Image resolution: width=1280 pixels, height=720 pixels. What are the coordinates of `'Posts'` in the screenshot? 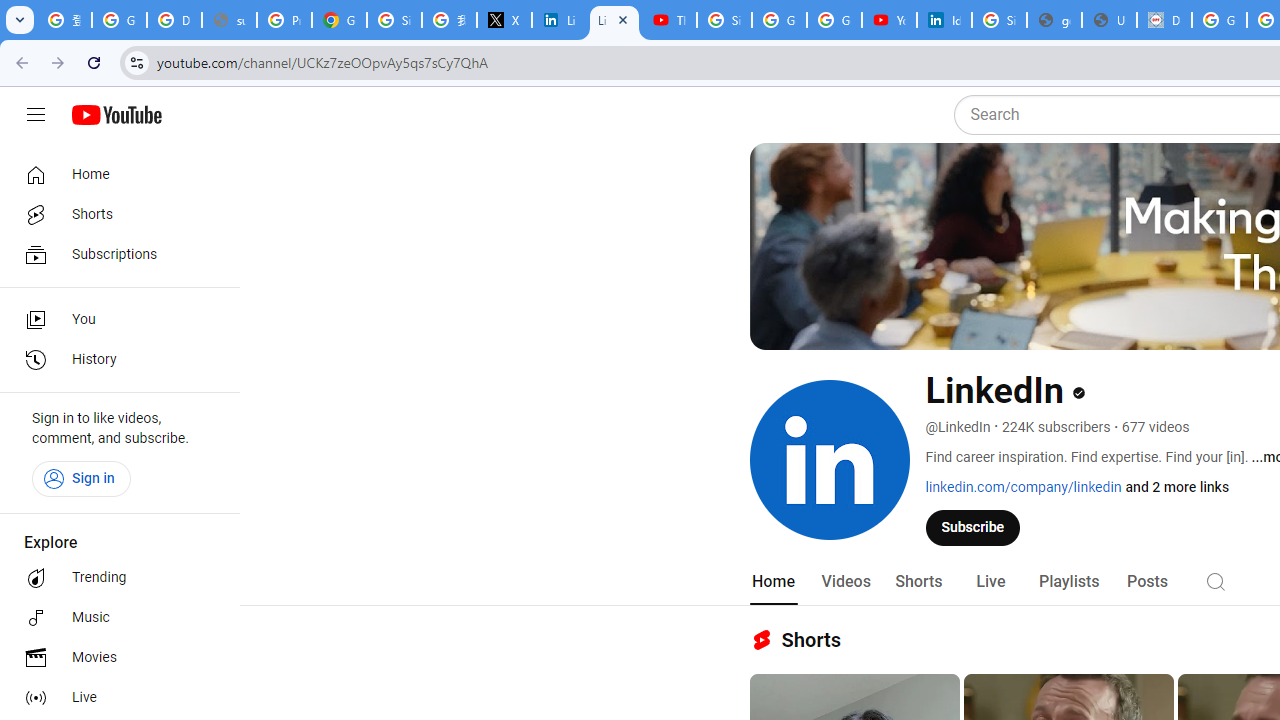 It's located at (1147, 581).